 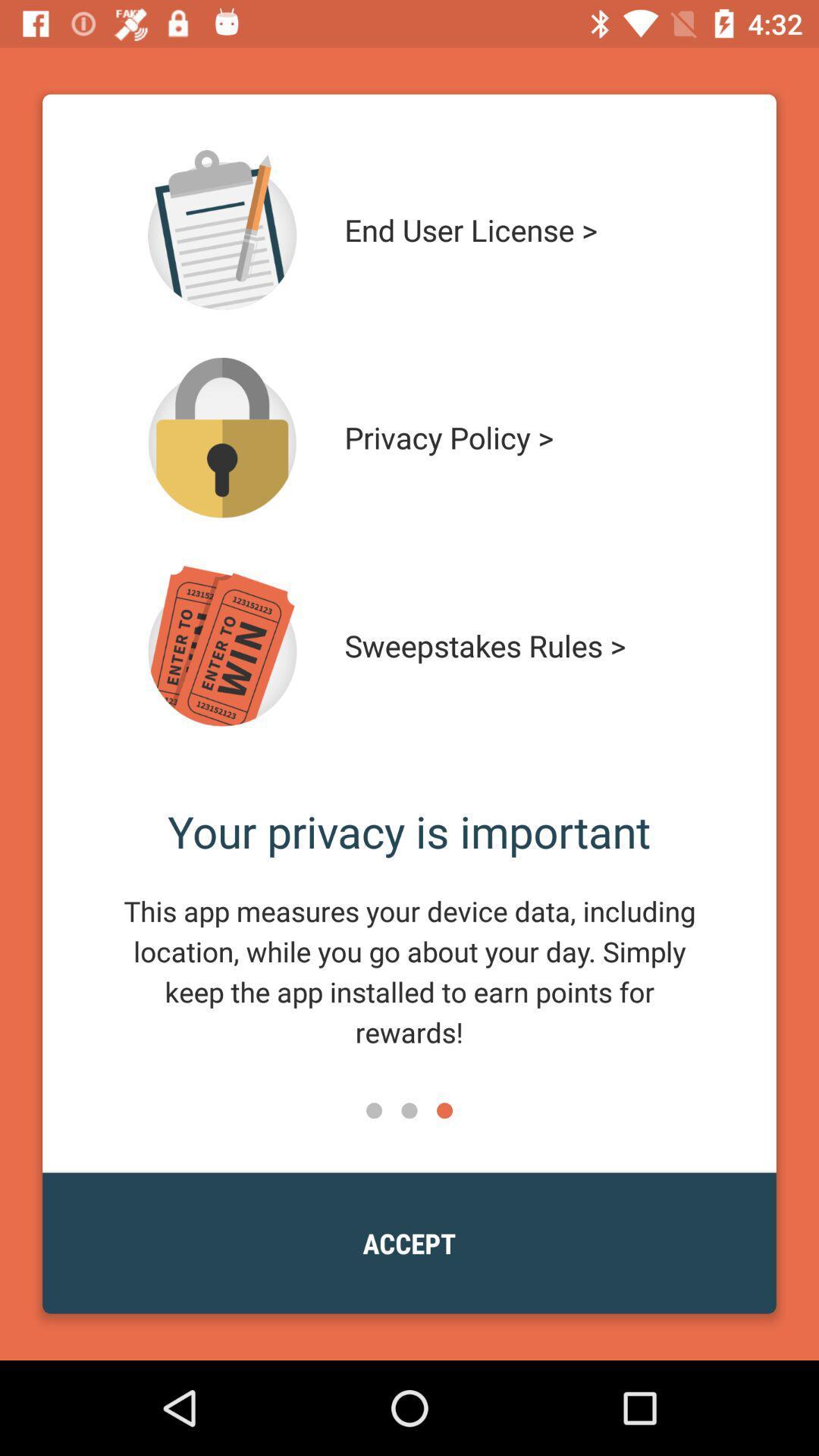 What do you see at coordinates (513, 437) in the screenshot?
I see `the icon below the end user license > icon` at bounding box center [513, 437].